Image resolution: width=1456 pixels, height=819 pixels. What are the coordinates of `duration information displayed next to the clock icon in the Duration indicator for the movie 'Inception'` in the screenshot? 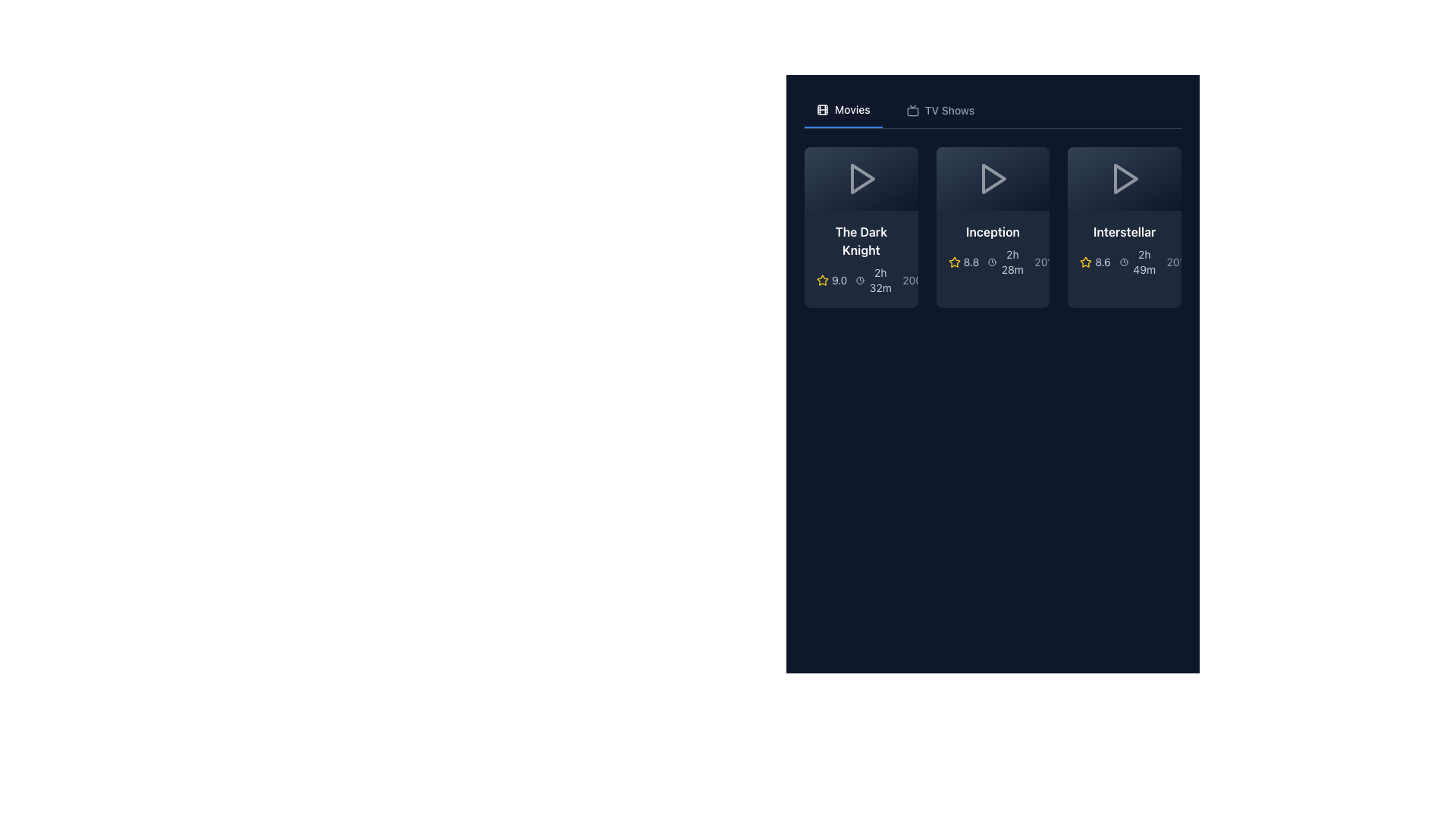 It's located at (1006, 262).